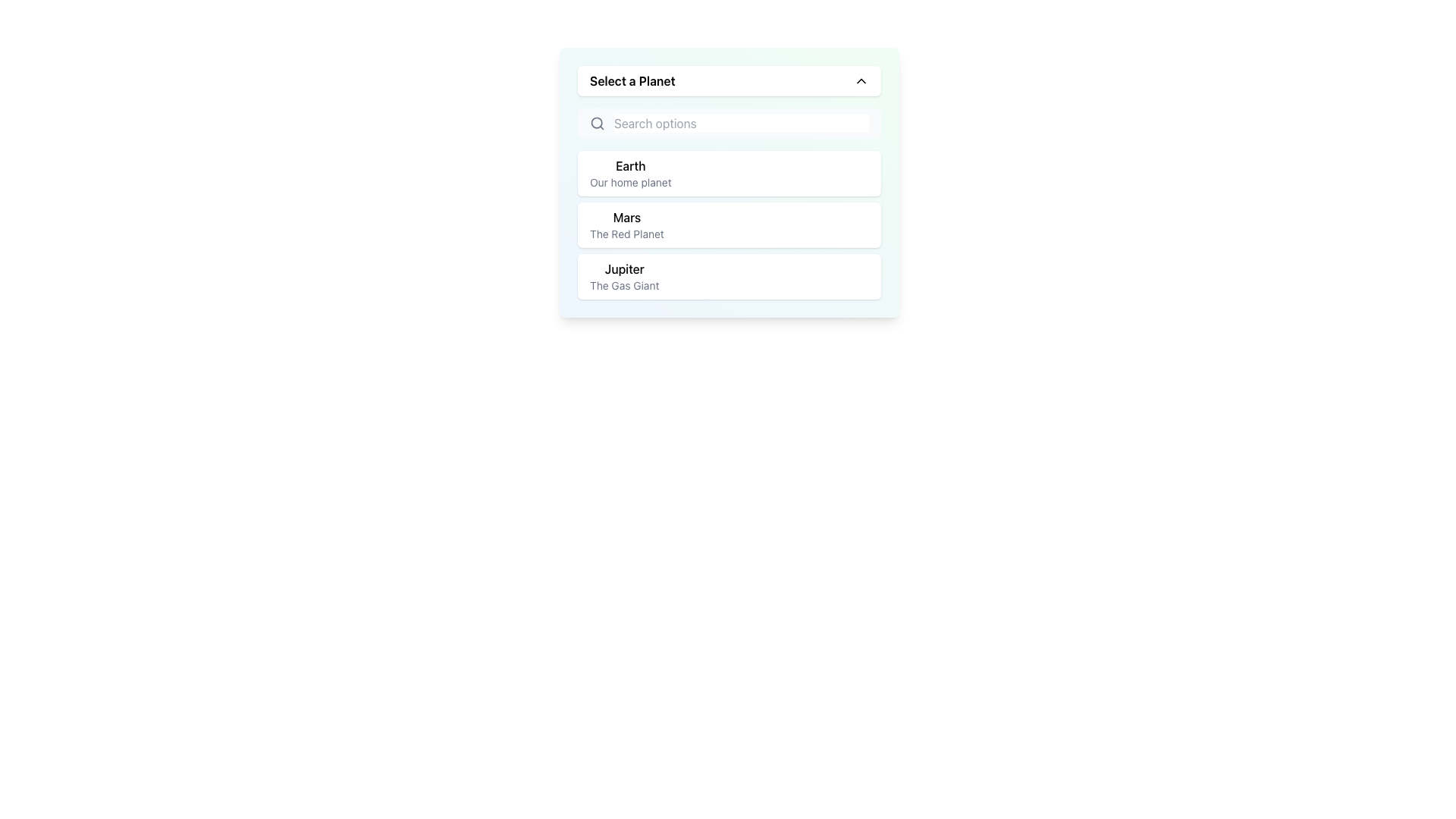 The width and height of the screenshot is (1456, 819). I want to click on the third selectable list item titled 'Jupiter' with a white background and rounded corners, so click(729, 277).